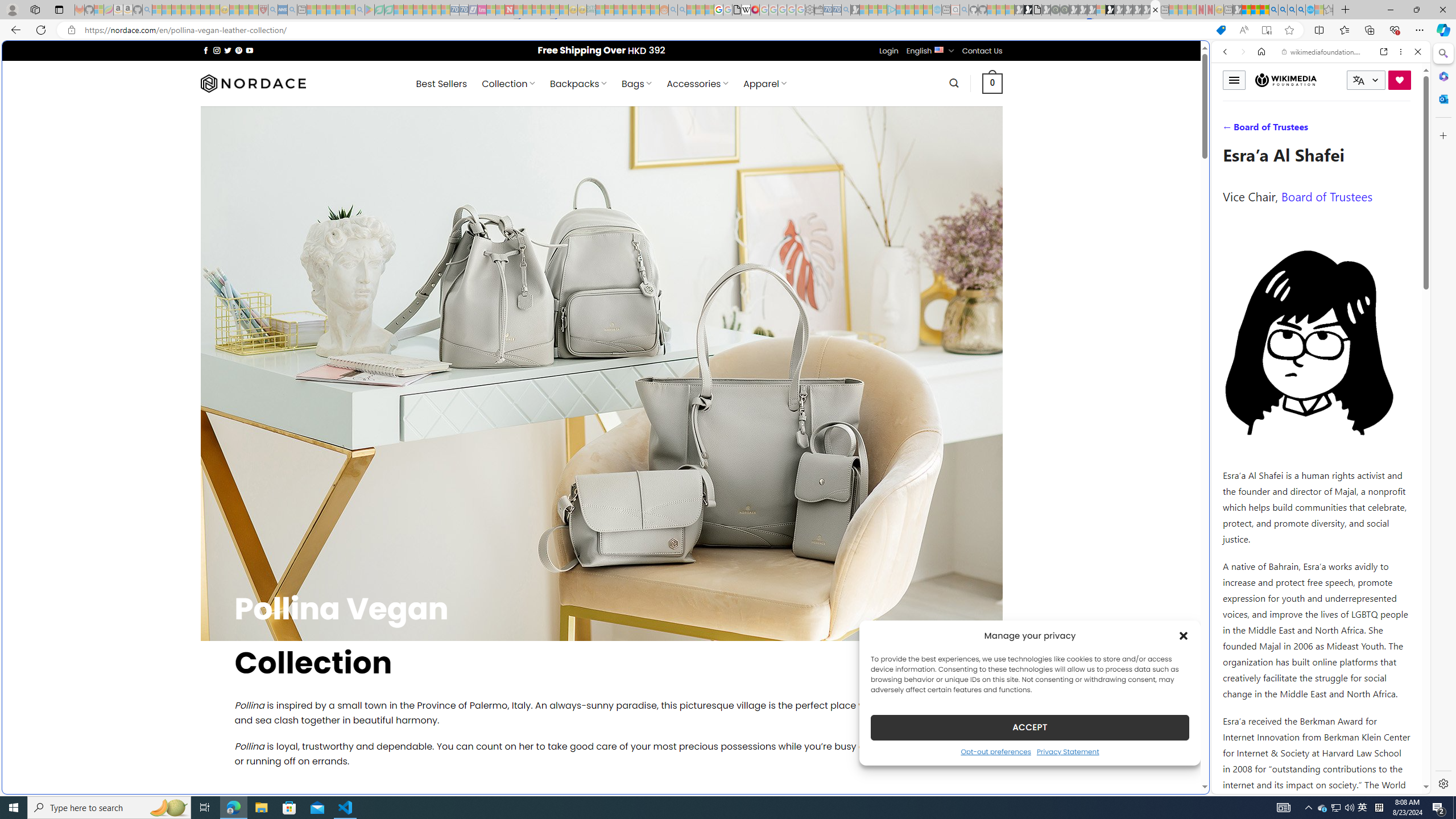  What do you see at coordinates (754, 9) in the screenshot?
I see `'MediaWiki'` at bounding box center [754, 9].